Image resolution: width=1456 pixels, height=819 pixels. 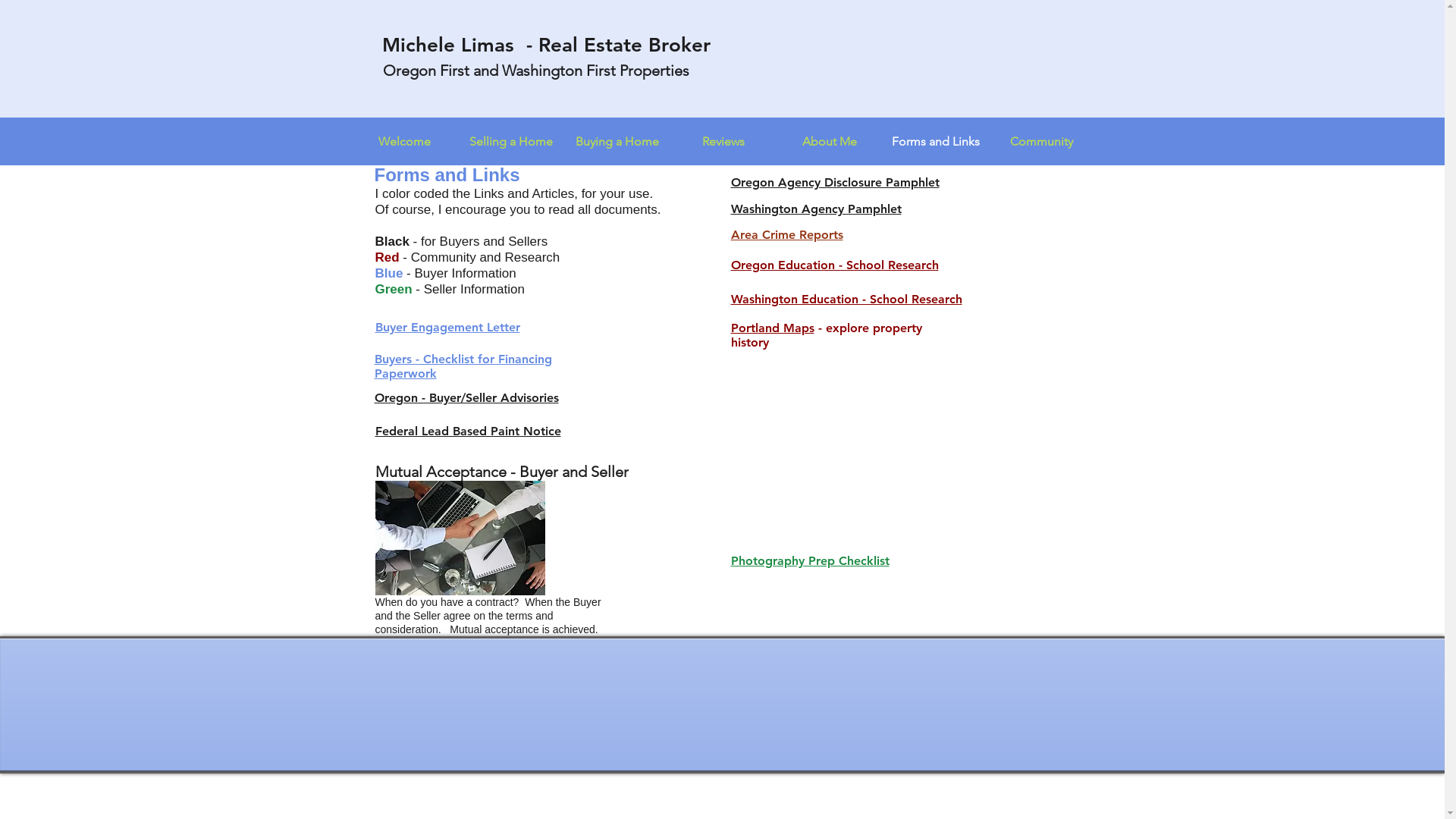 What do you see at coordinates (772, 327) in the screenshot?
I see `'Portland Maps'` at bounding box center [772, 327].